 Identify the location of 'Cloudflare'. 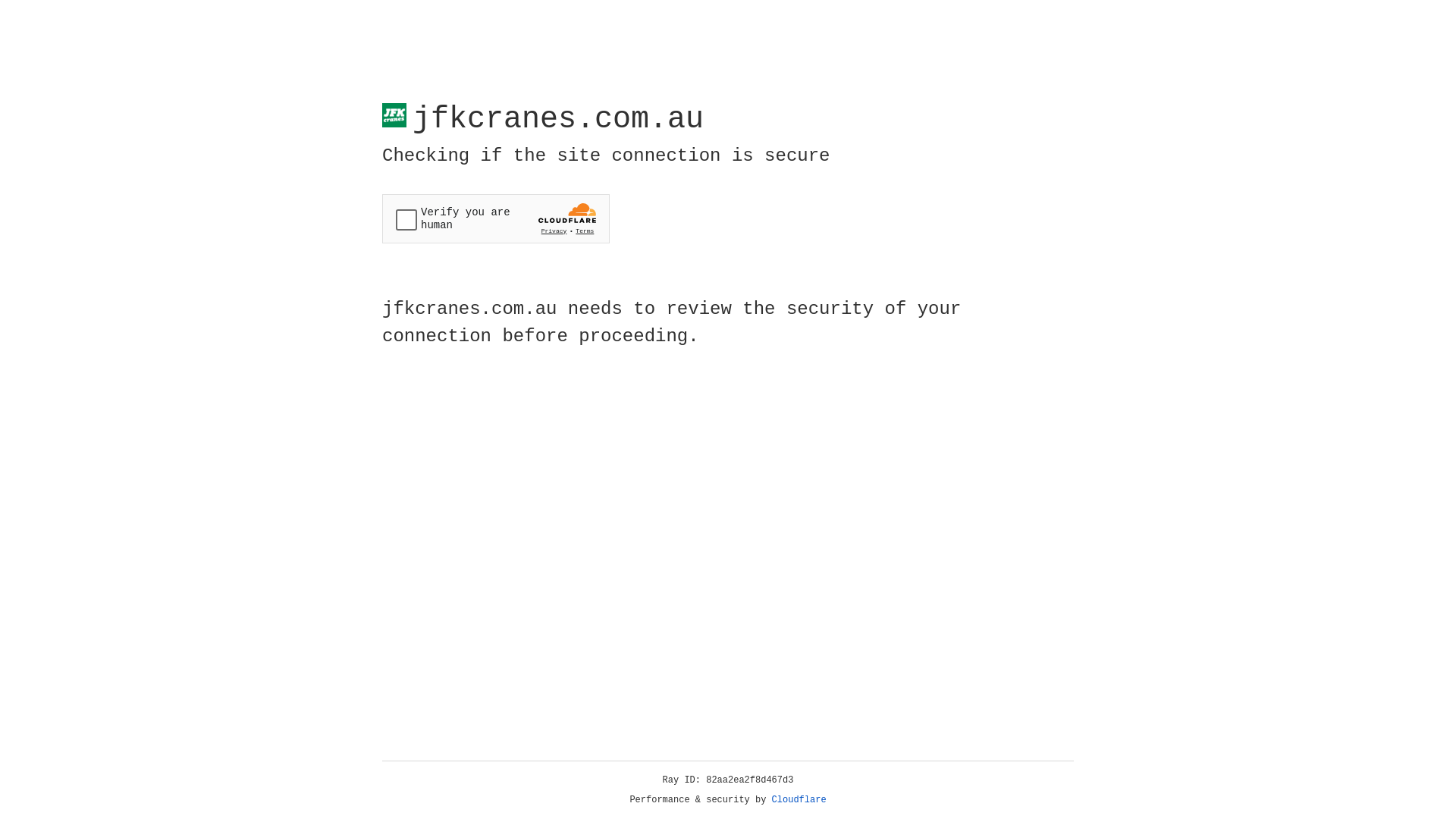
(771, 799).